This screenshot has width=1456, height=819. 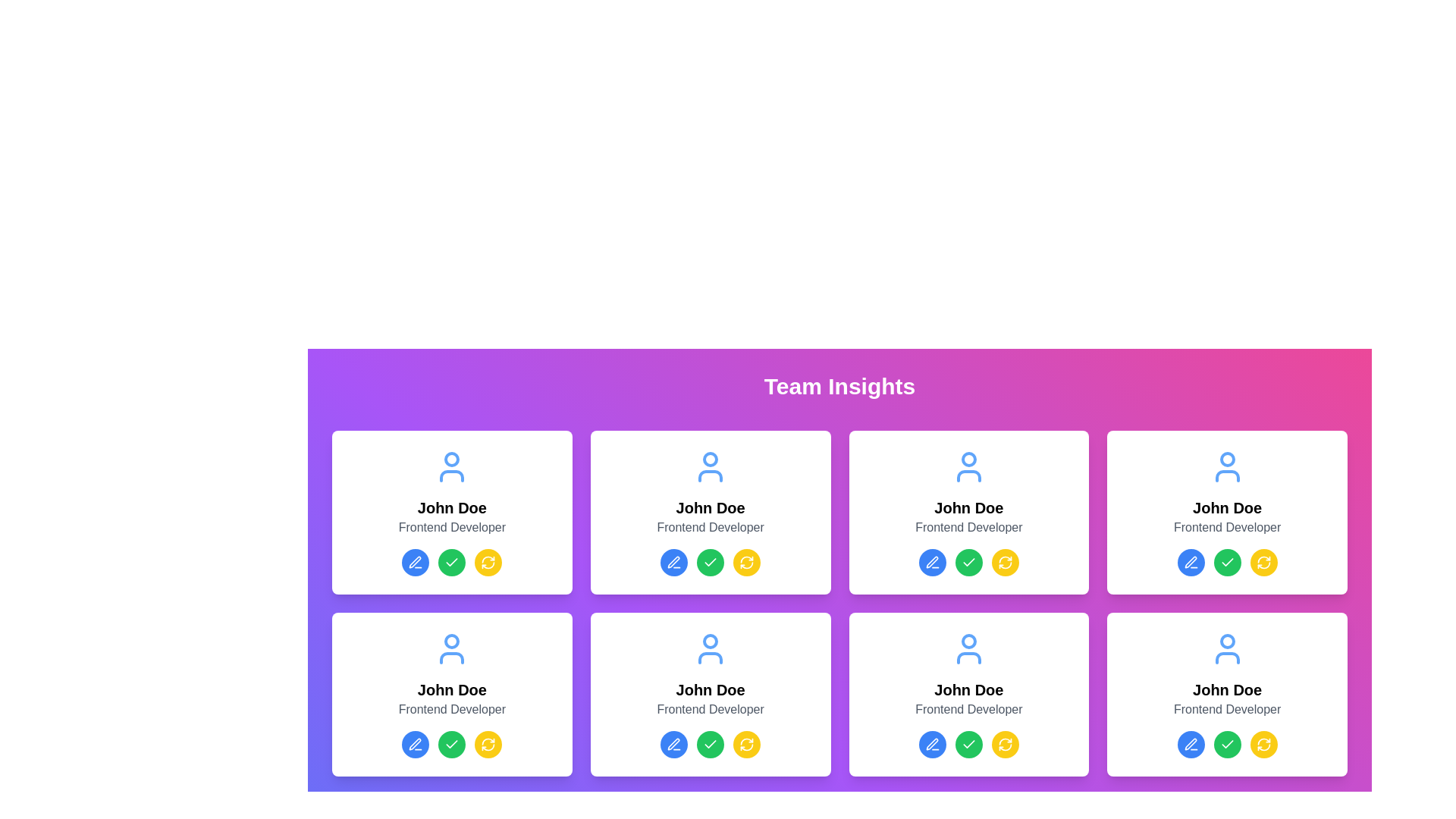 I want to click on the user profile icon located at the top center of the second card in the second row of the grid layout, so click(x=710, y=648).